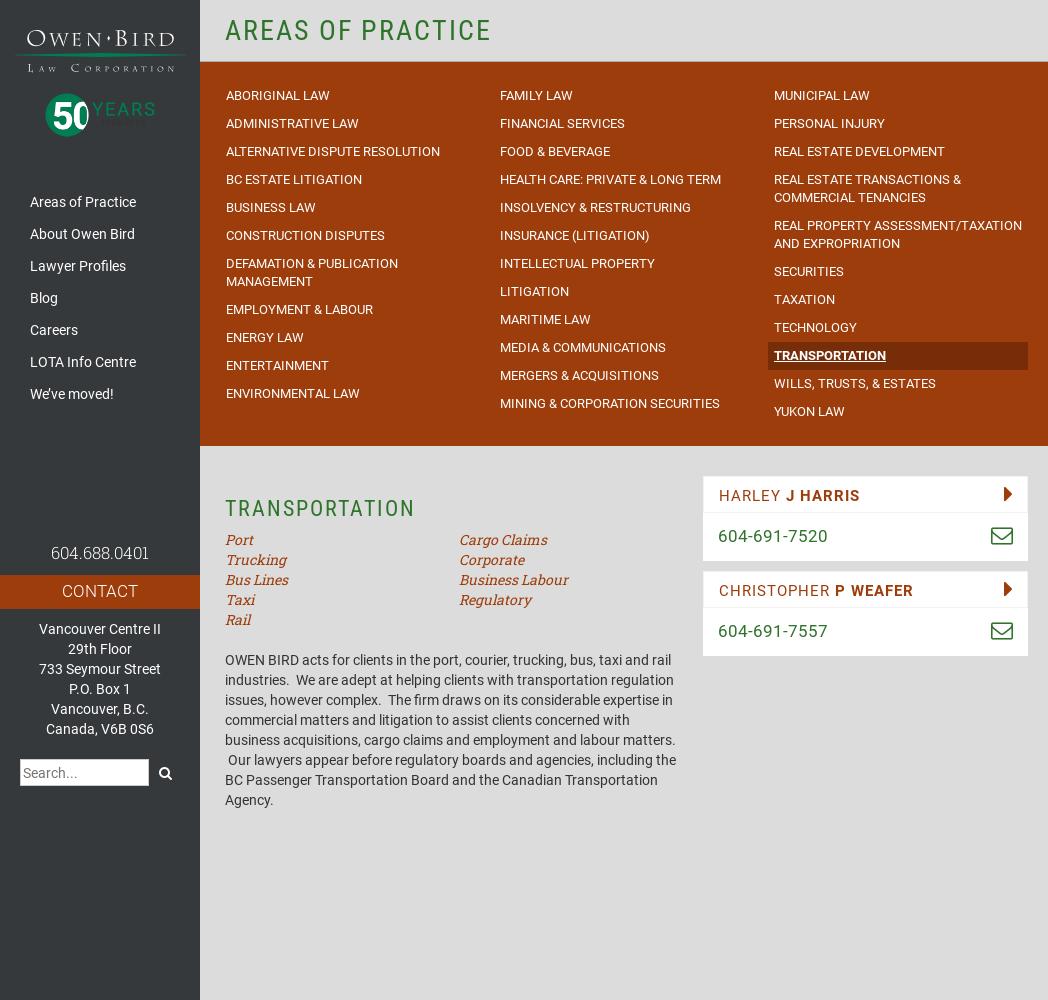 Image resolution: width=1048 pixels, height=1000 pixels. Describe the element at coordinates (814, 325) in the screenshot. I see `'Technology'` at that location.